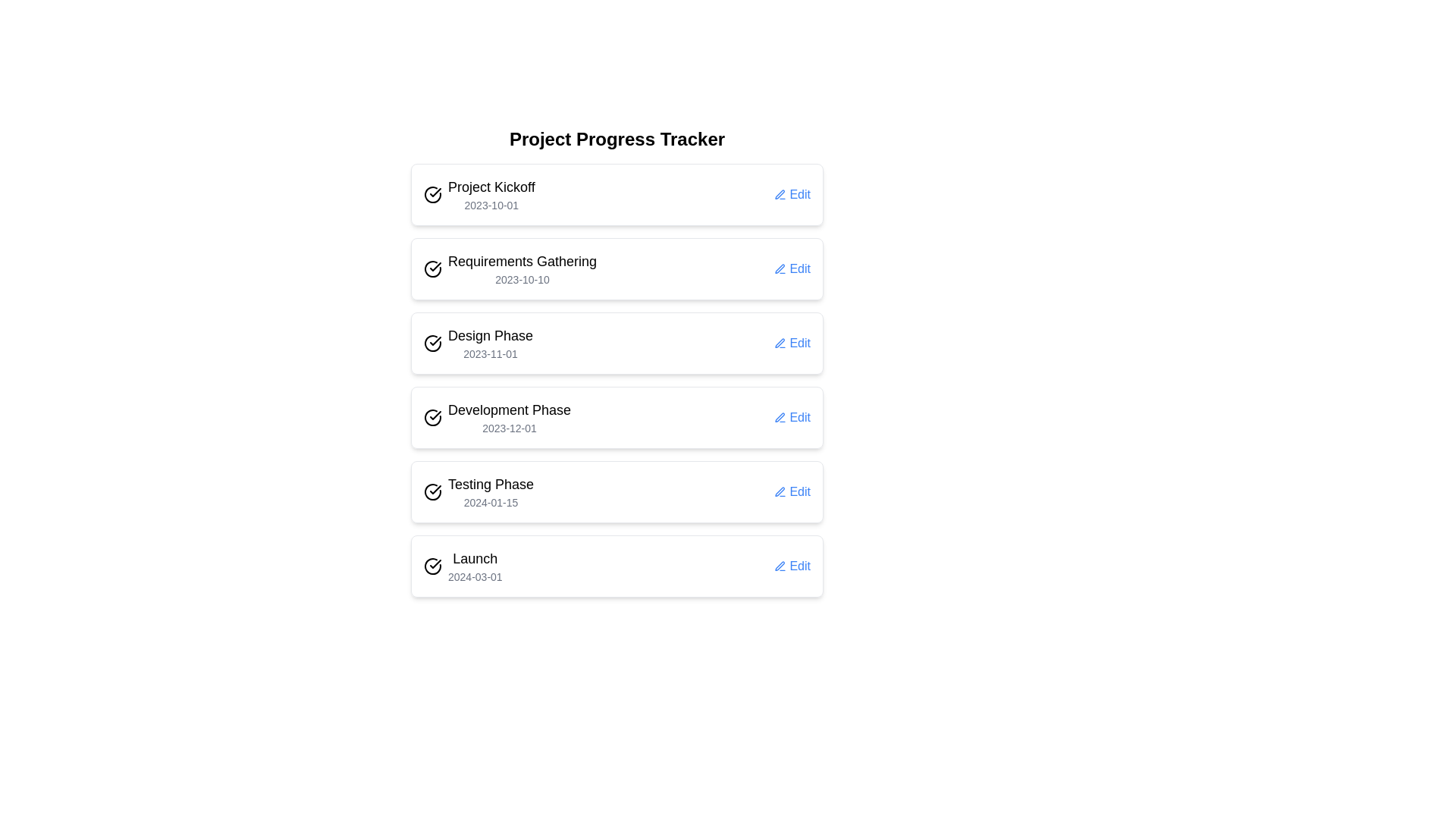 The image size is (1456, 819). I want to click on the 'Launch' phase text label located at the bottom of the list, which follows the 'Testing Phase 2024-01-15' label and is paired with an edit button, so click(474, 566).